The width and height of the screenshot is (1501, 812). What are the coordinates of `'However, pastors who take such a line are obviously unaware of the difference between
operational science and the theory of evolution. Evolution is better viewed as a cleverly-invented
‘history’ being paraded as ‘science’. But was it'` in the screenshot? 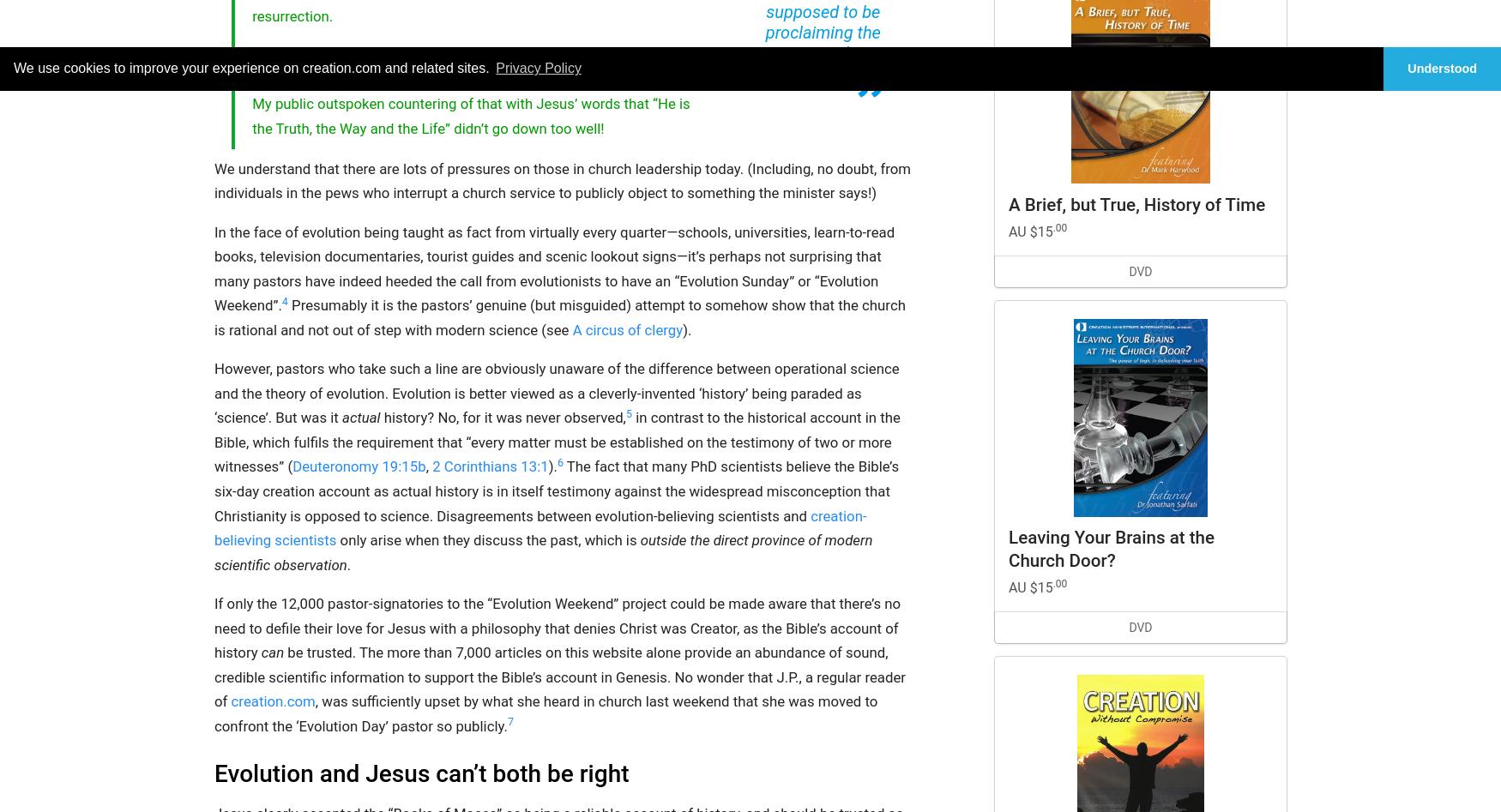 It's located at (556, 393).